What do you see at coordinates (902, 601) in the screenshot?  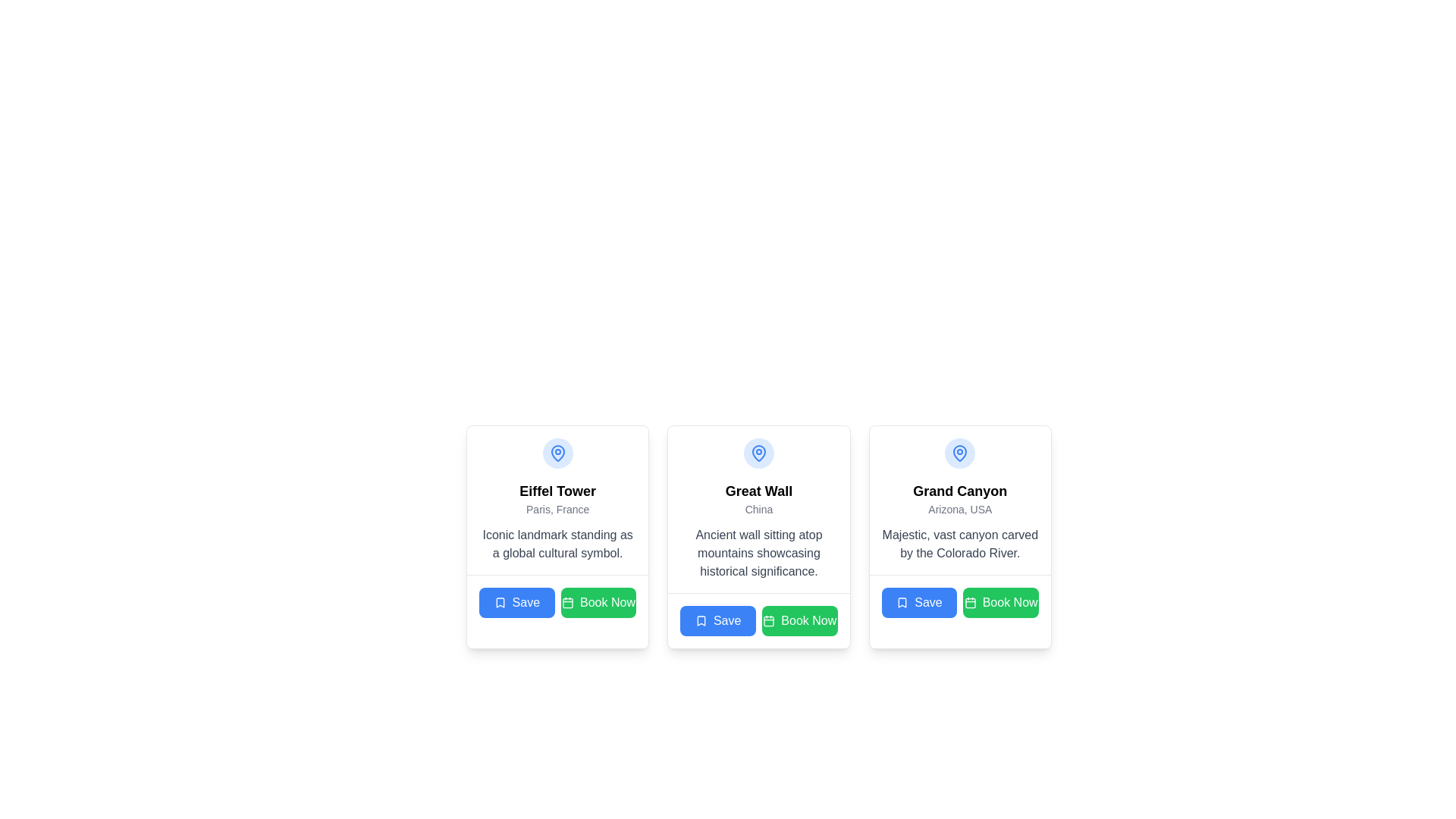 I see `the small blue bookmark icon located on the left side of the text in the 'Save' button within the bottom section of the 'Grand Canyon' card` at bounding box center [902, 601].